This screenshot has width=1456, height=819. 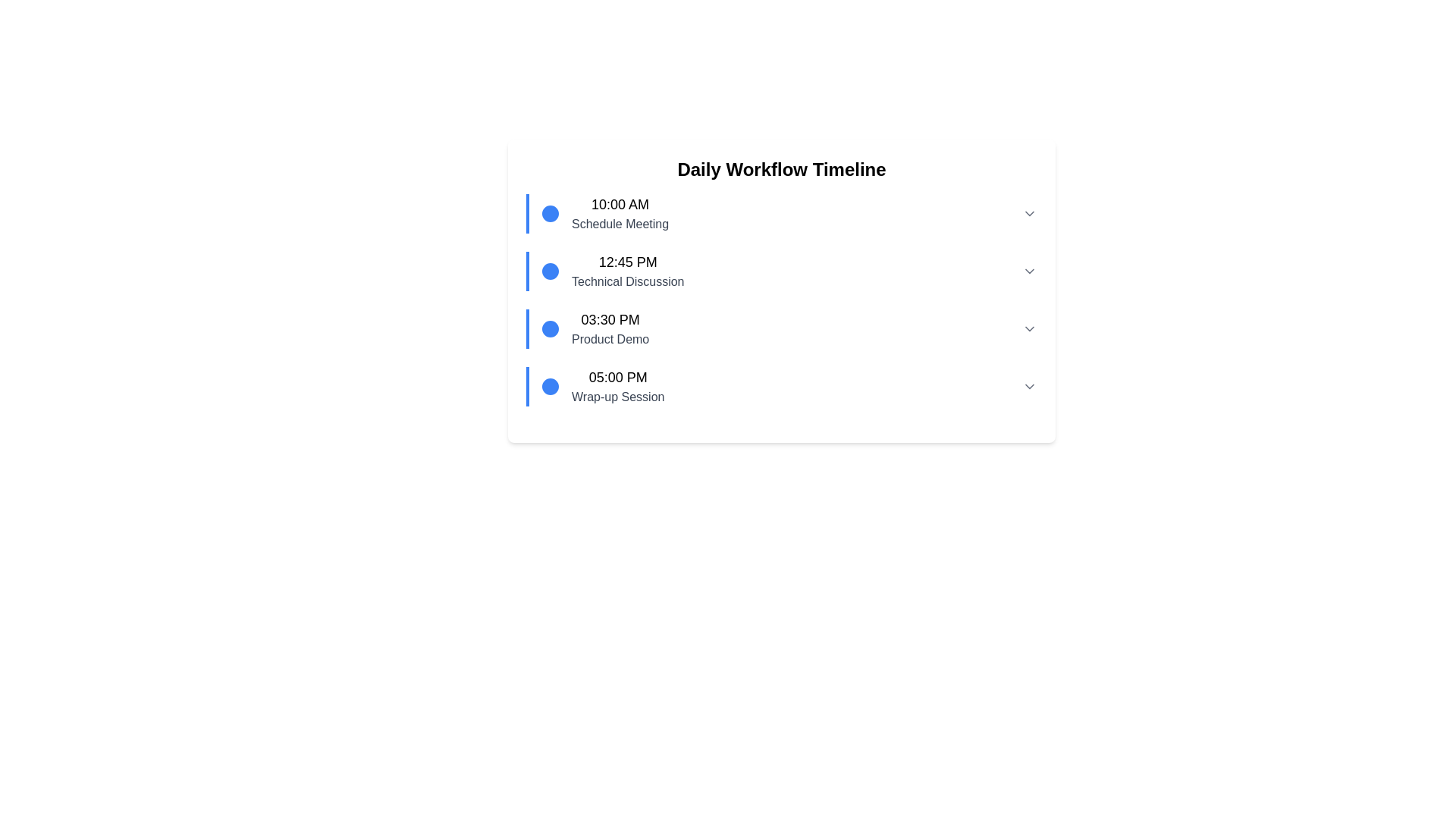 What do you see at coordinates (782, 271) in the screenshot?
I see `the second entry in the daily workflow timeline` at bounding box center [782, 271].